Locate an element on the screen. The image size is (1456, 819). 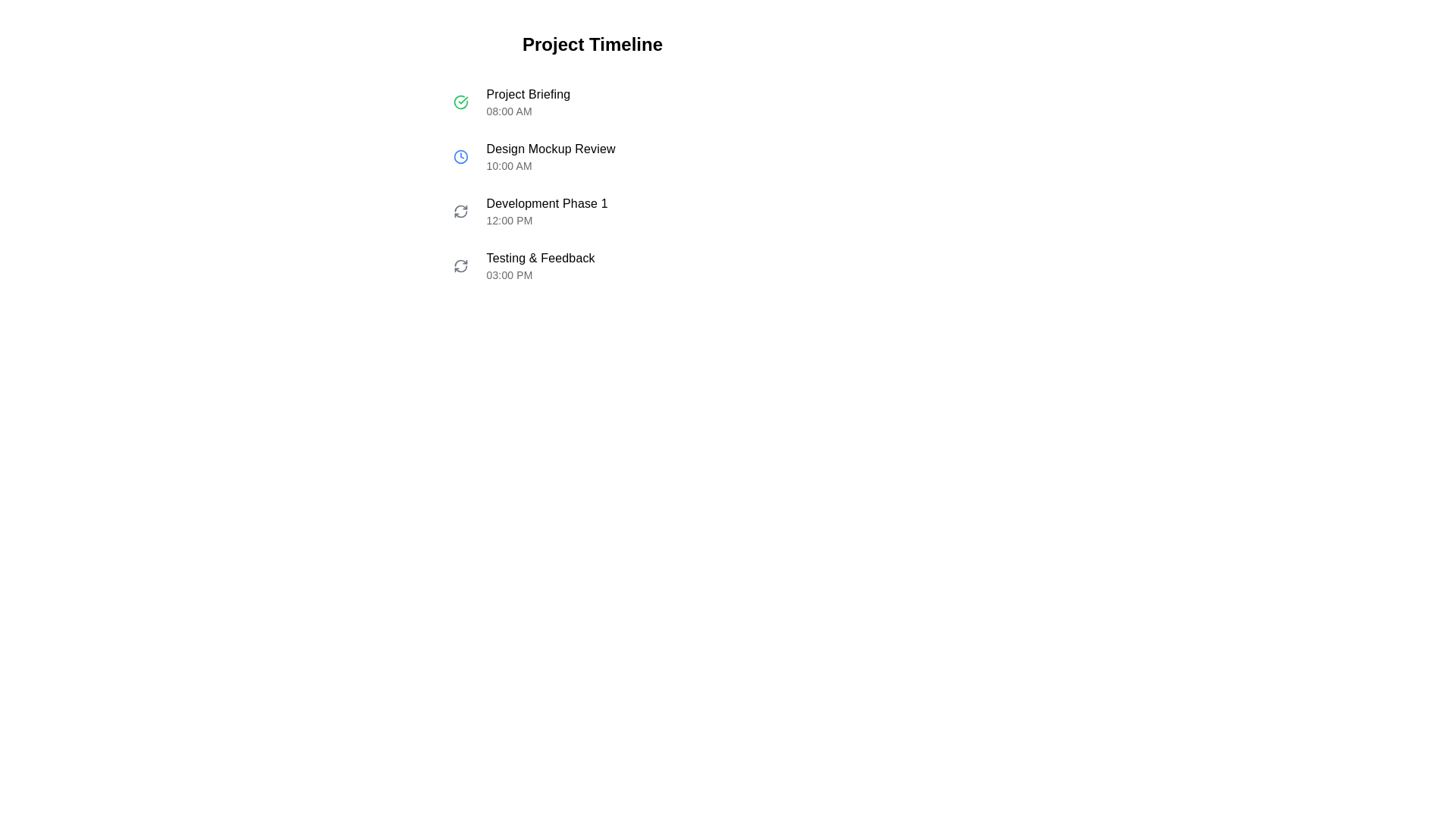
the circular refresh icon, which is a minimalist design with a gray color scheme located under the 'Development Phase 1' entry at 12:00 PM in the timeline is located at coordinates (460, 265).